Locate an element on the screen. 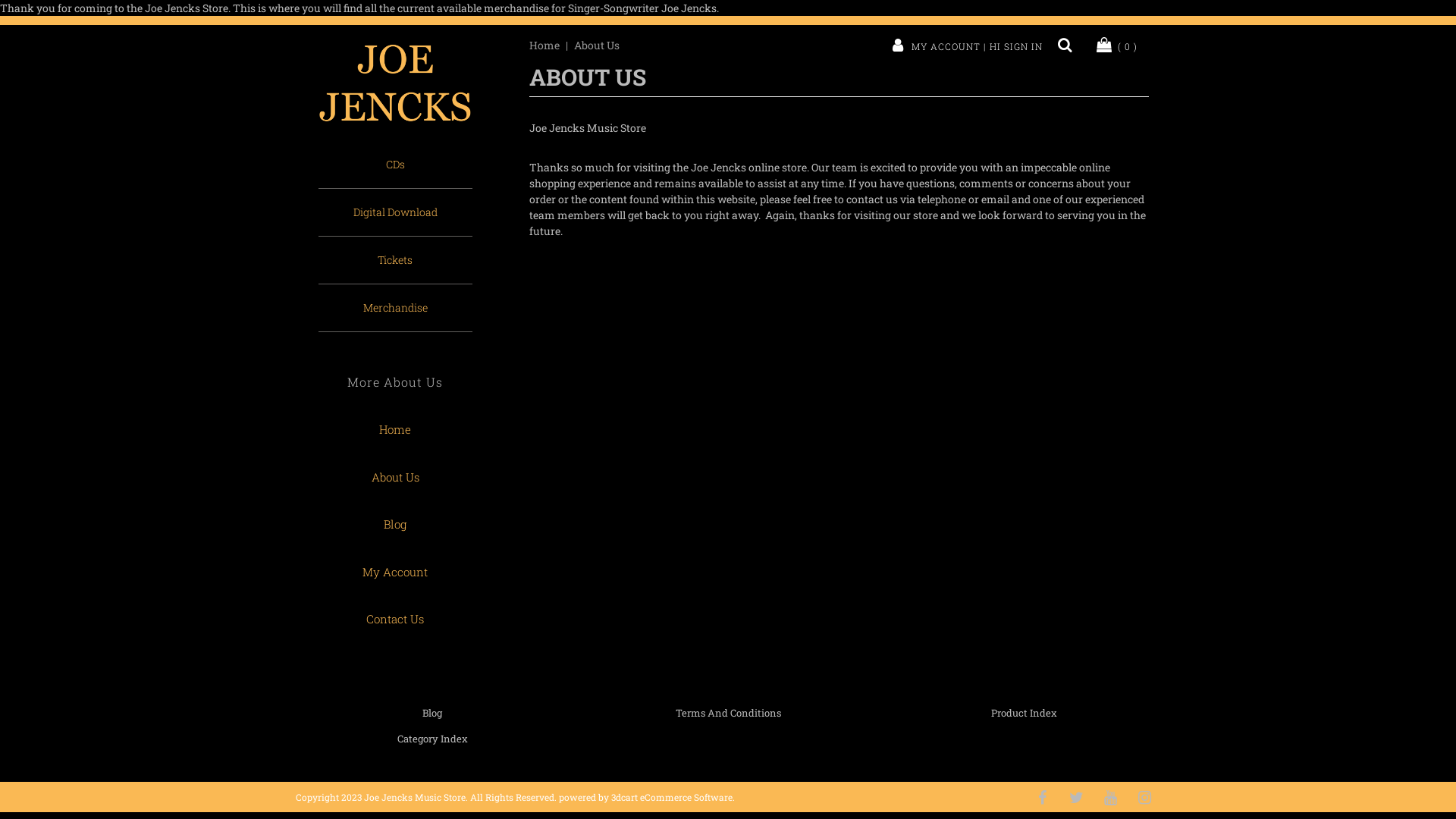 The image size is (1456, 819). 'Digital Download' is located at coordinates (395, 212).